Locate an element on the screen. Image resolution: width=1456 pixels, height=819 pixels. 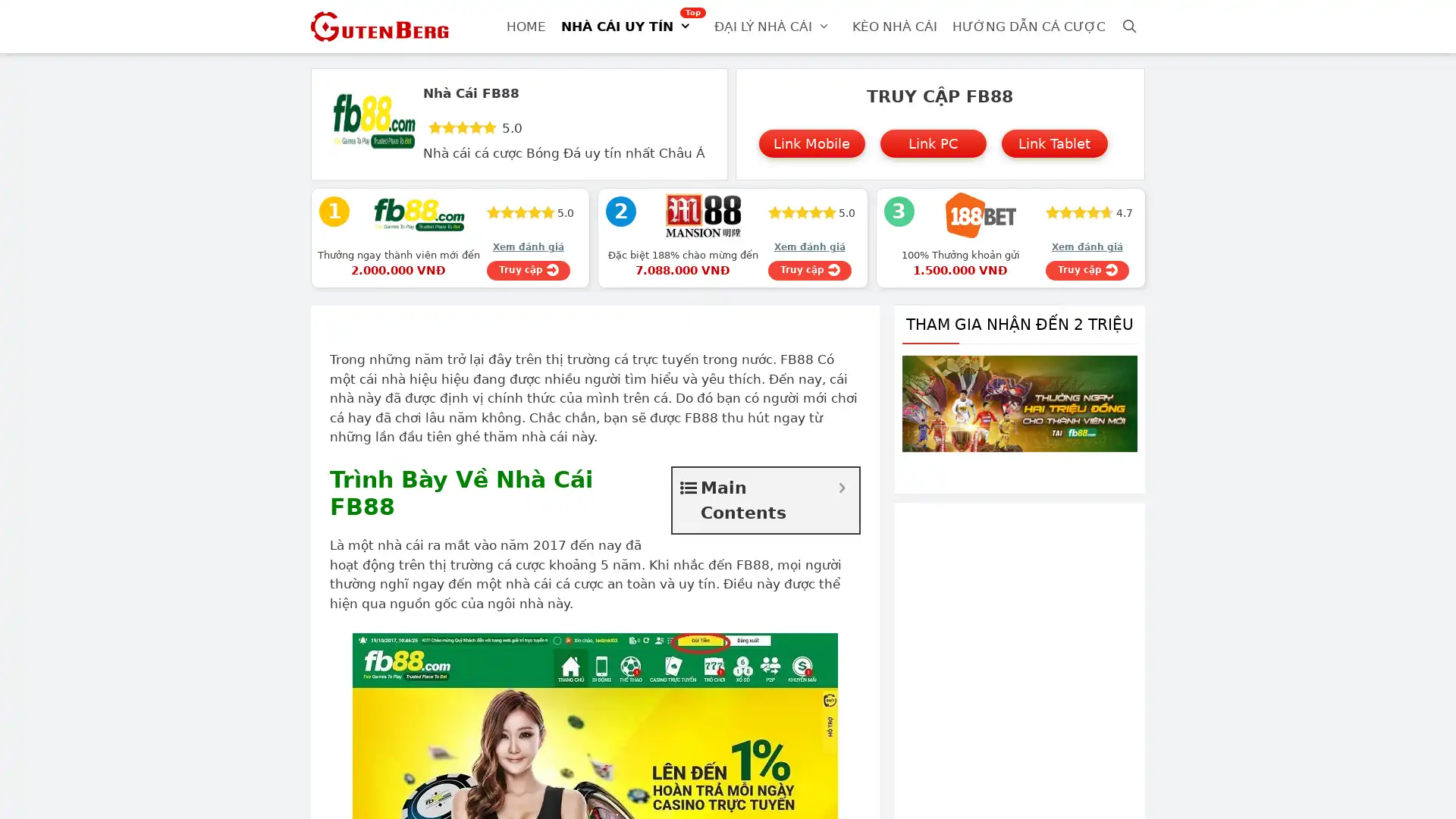
Main Contents is located at coordinates (841, 488).